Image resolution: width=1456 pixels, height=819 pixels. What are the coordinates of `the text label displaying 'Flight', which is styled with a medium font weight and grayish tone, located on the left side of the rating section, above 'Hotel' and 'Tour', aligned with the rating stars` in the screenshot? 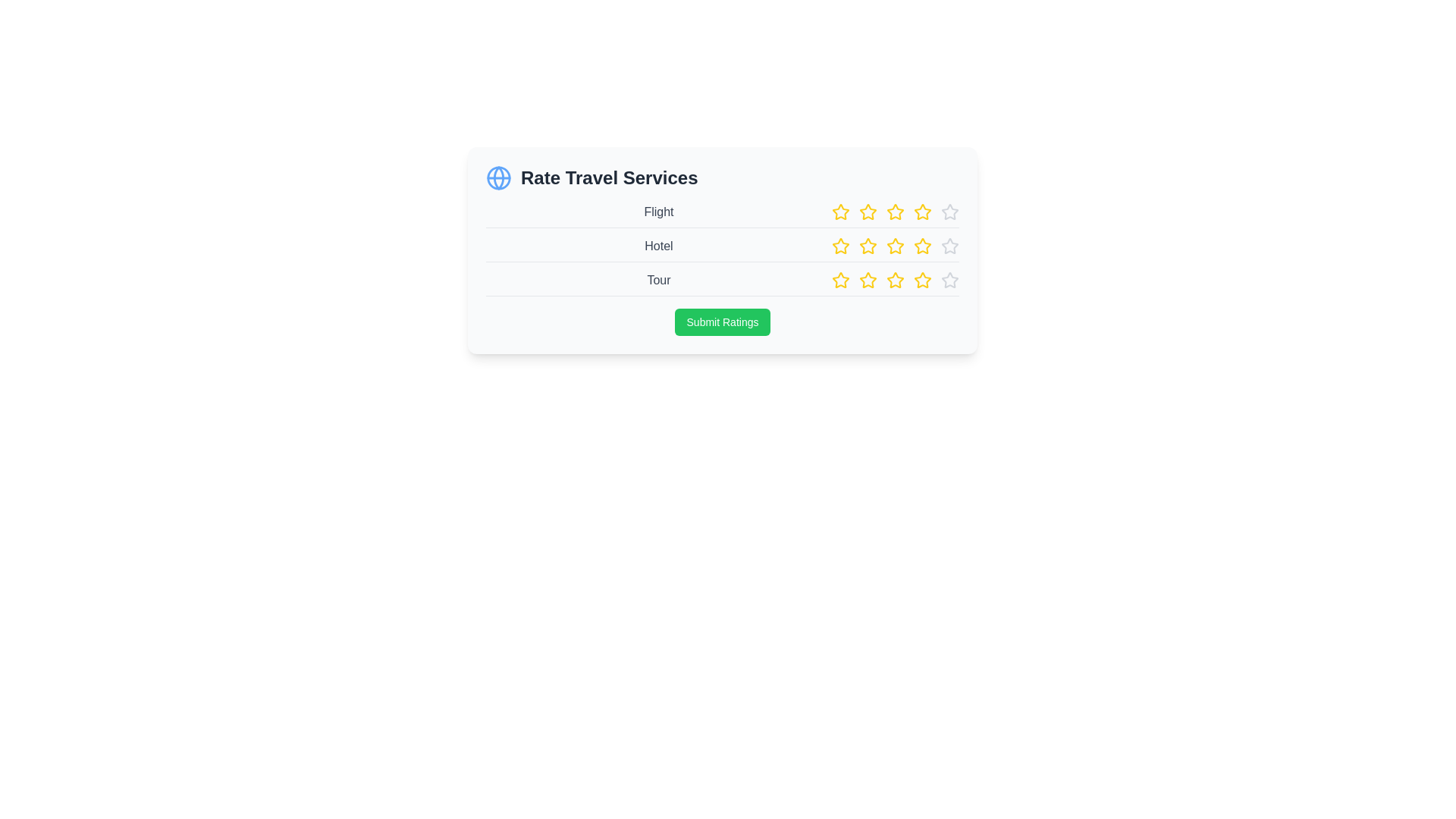 It's located at (658, 212).